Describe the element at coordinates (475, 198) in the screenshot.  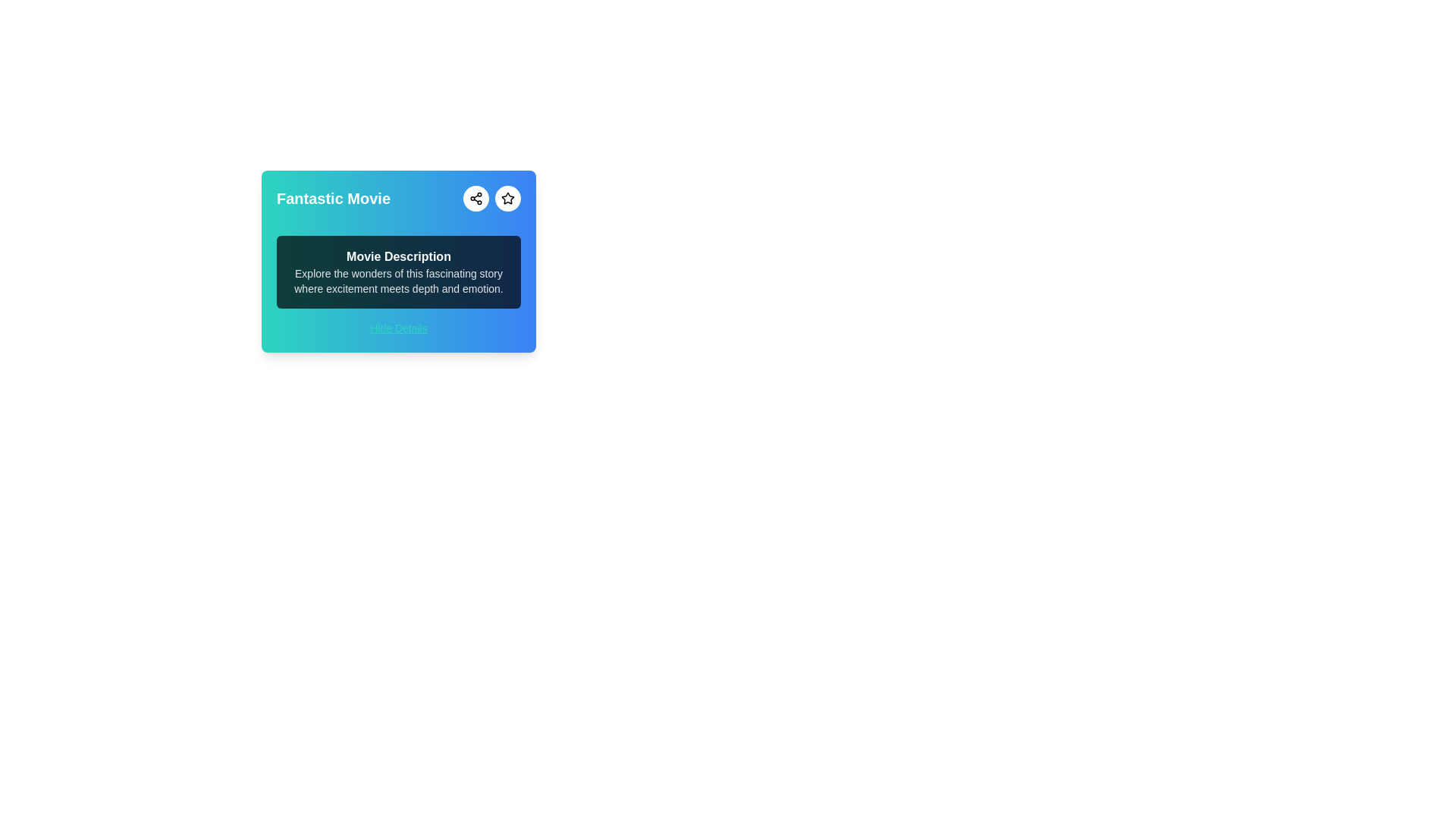
I see `the circular button with a white background and black share icon located at the top-right corner of a card element` at that location.